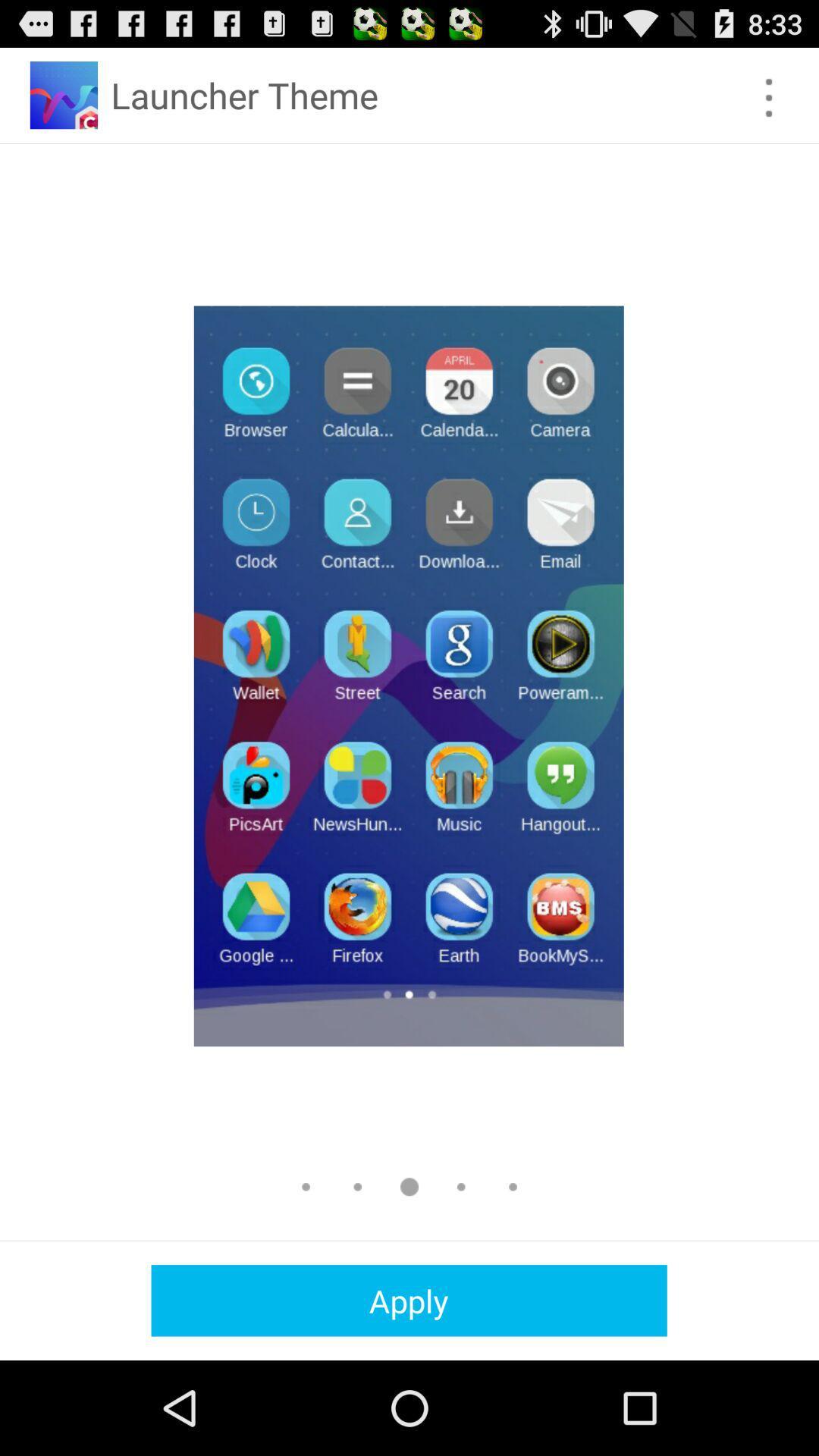  What do you see at coordinates (769, 104) in the screenshot?
I see `the more icon` at bounding box center [769, 104].